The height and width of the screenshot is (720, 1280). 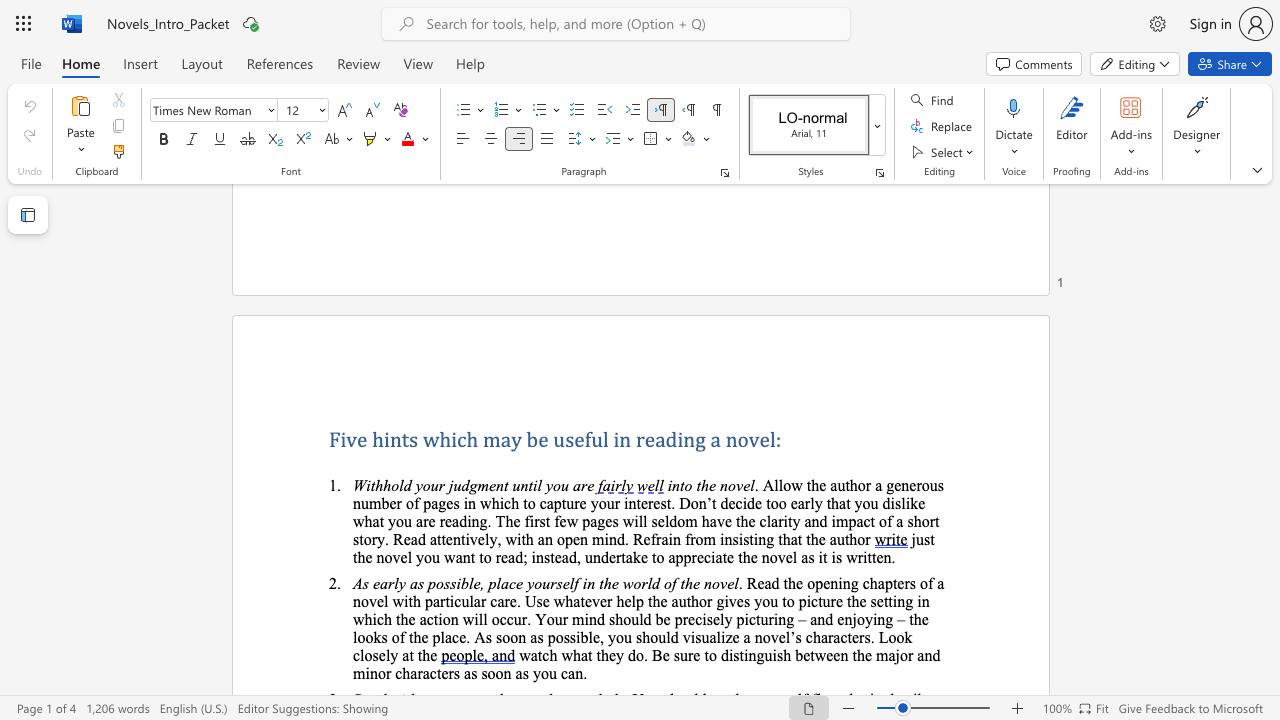 What do you see at coordinates (884, 618) in the screenshot?
I see `the subset text "g – the looks of the p" within the text ". Read the opening chapters of a novel with particular care. Use whatever help the author gives you to picture the setting in which the action will occur. Your mind should be precisely picturing – and enjoying – the looks of the place. As soon as possible, you should visualize a novel’s characters. Look closely at the"` at bounding box center [884, 618].